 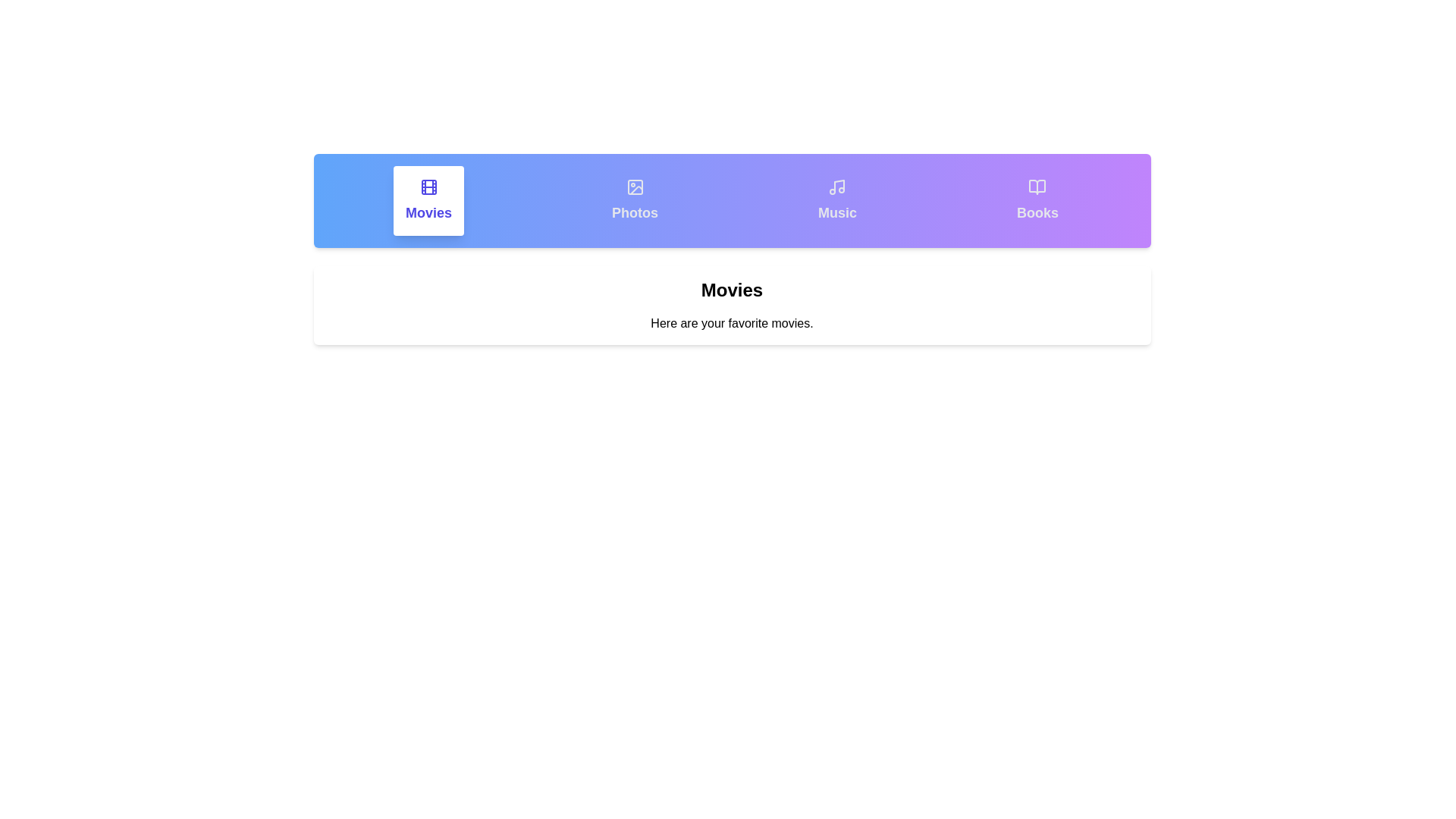 What do you see at coordinates (635, 200) in the screenshot?
I see `the tab labeled Photos to display its content` at bounding box center [635, 200].